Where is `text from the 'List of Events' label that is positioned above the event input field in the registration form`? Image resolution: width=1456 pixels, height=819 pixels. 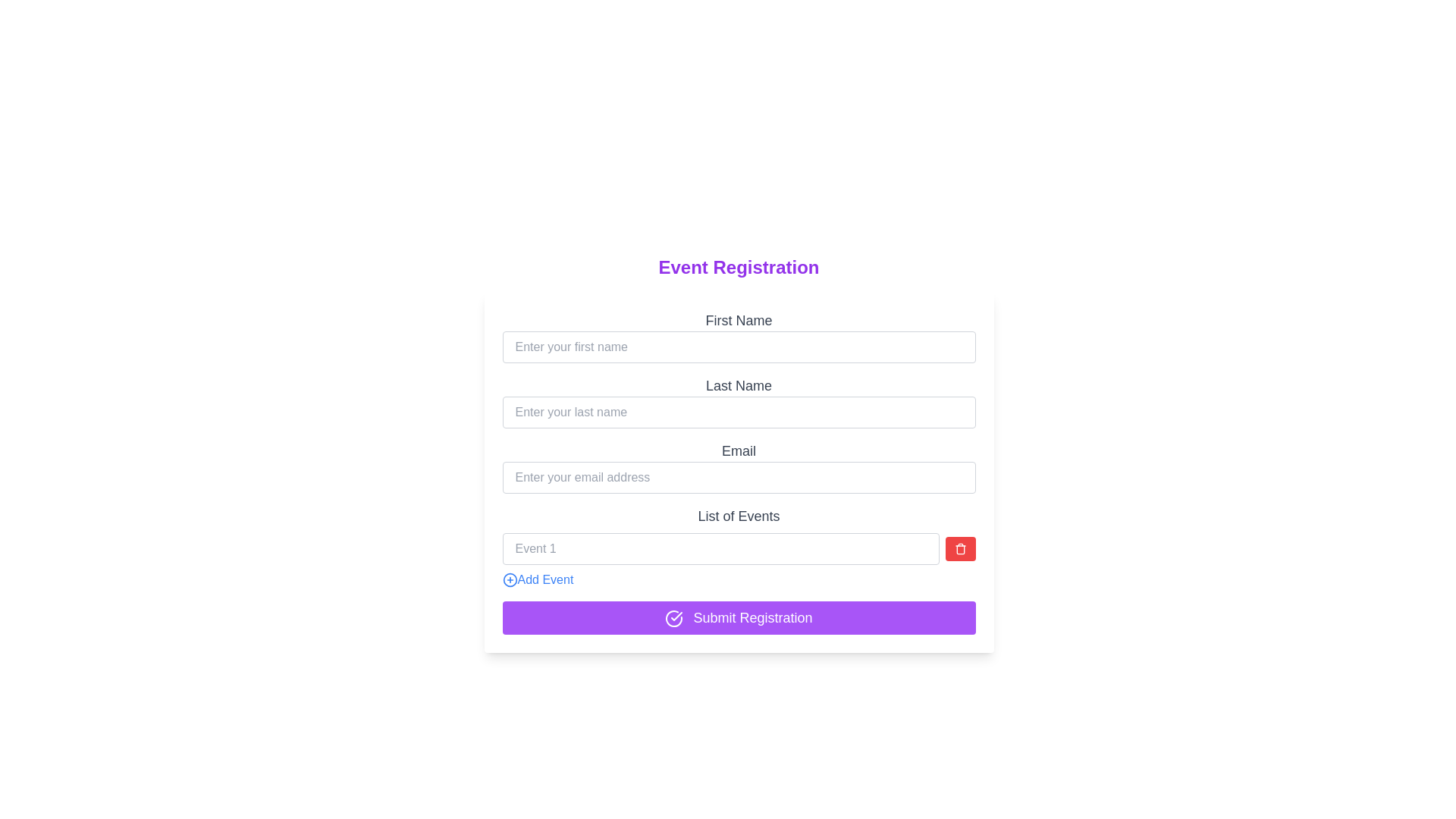
text from the 'List of Events' label that is positioned above the event input field in the registration form is located at coordinates (739, 516).